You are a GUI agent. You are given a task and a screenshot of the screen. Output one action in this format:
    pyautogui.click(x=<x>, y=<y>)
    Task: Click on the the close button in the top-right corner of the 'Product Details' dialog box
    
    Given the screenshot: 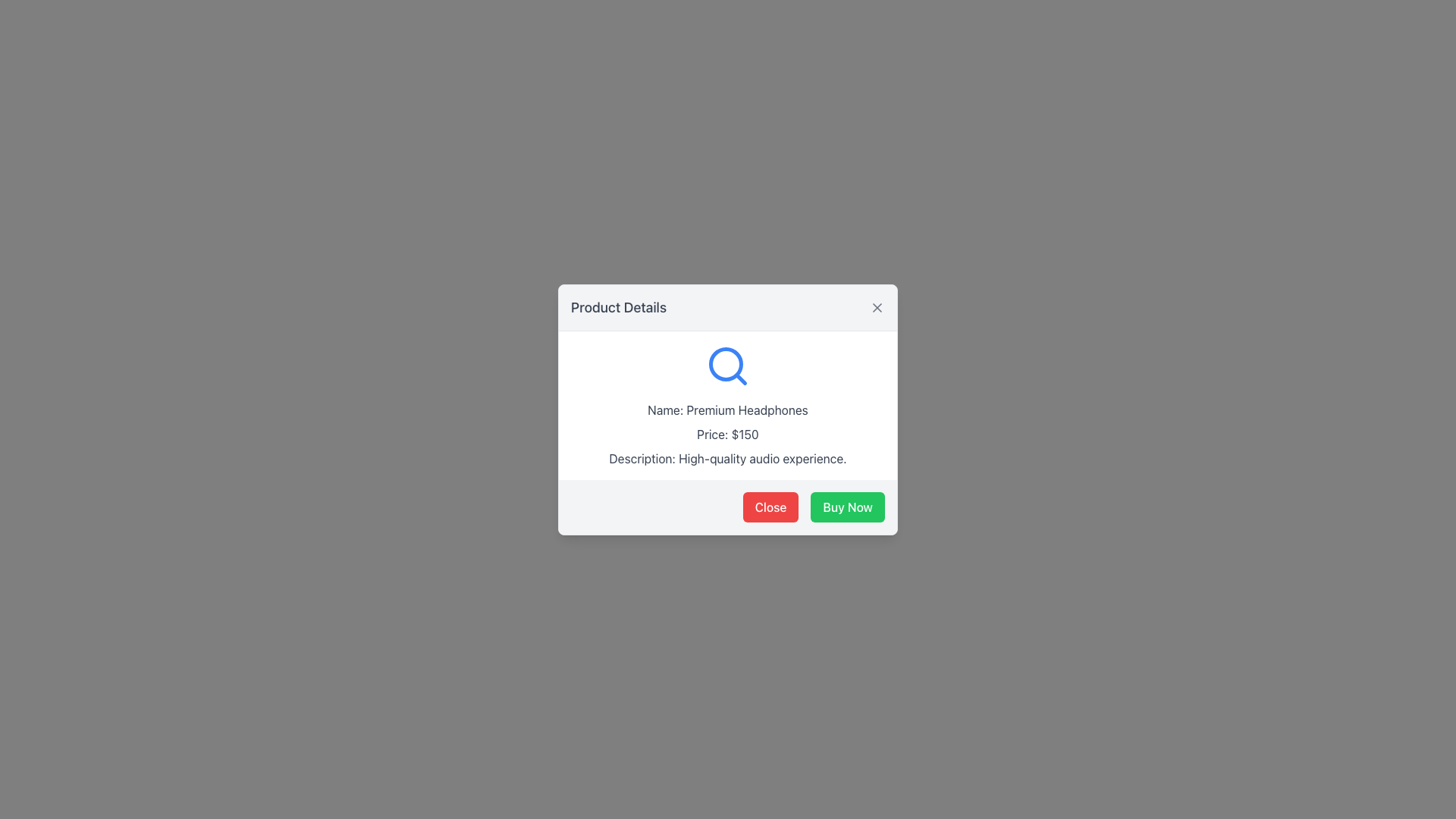 What is the action you would take?
    pyautogui.click(x=877, y=307)
    